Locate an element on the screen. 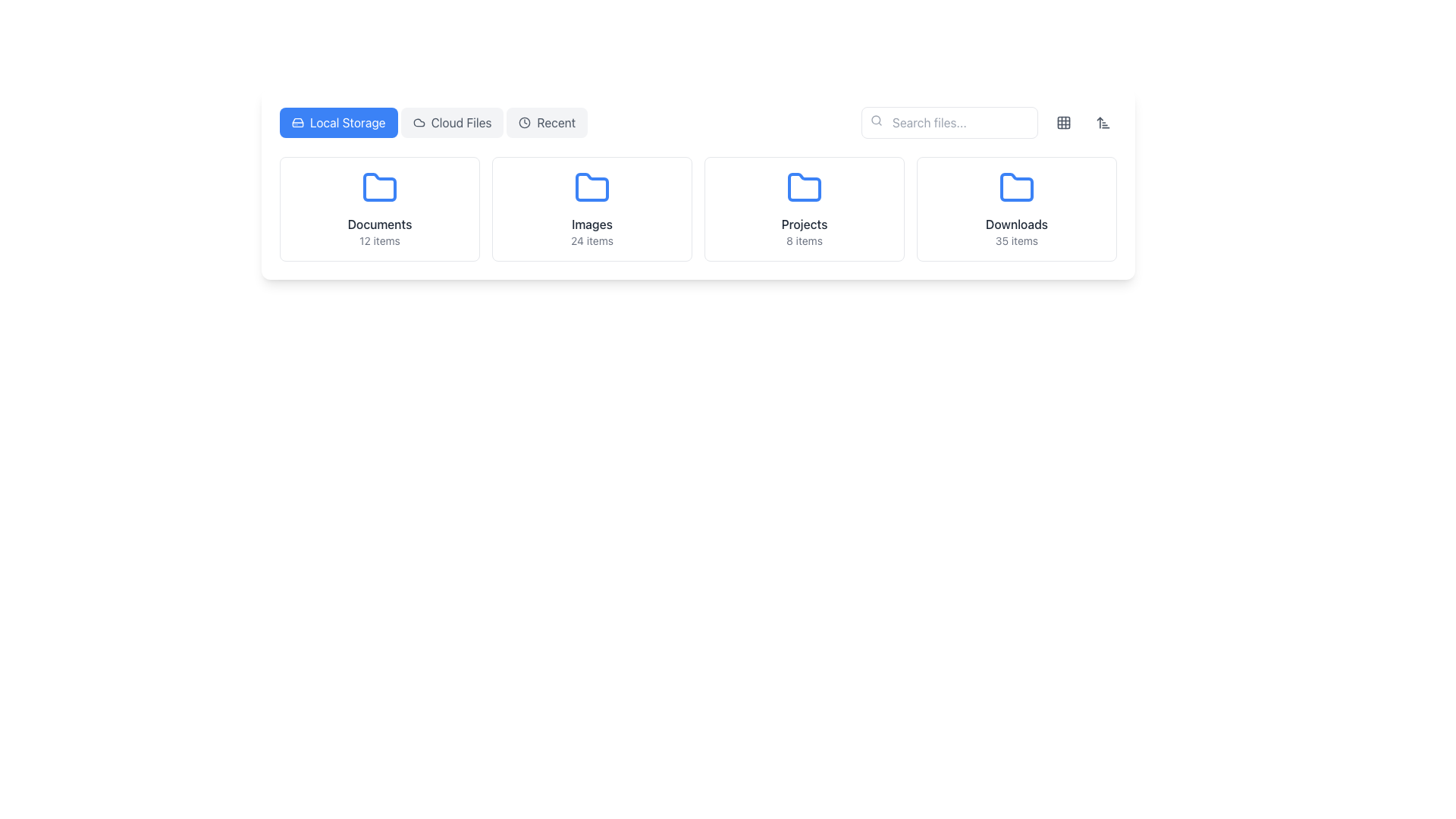  the grid view toggle icon, which is a gray icon resembling a 3x3 grid, located in the top-right corner of the interface adjacent to the search bar is located at coordinates (1062, 122).